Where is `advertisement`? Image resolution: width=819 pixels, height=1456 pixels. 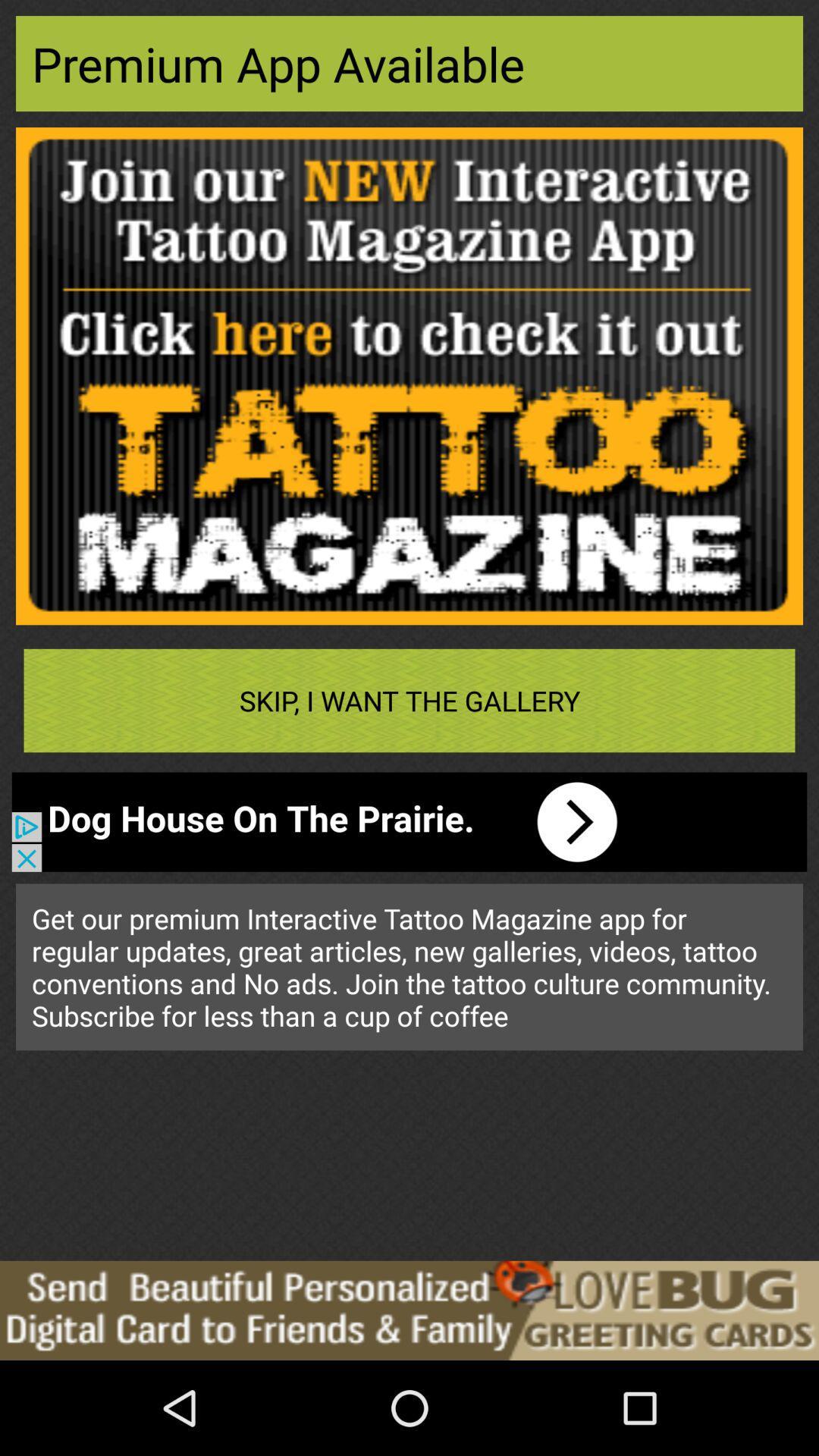 advertisement is located at coordinates (409, 376).